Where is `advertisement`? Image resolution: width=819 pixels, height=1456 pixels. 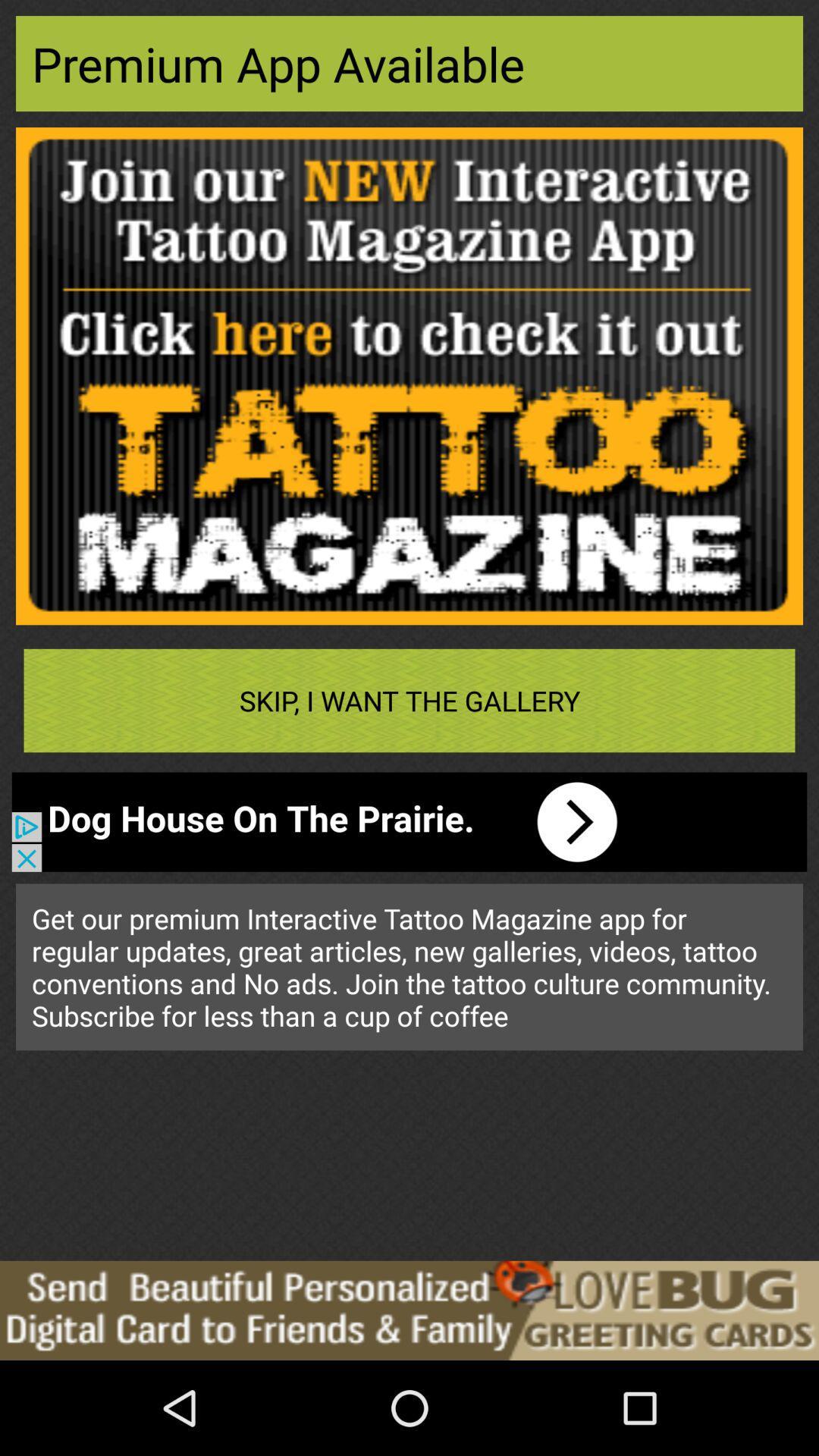 advertisement is located at coordinates (409, 376).